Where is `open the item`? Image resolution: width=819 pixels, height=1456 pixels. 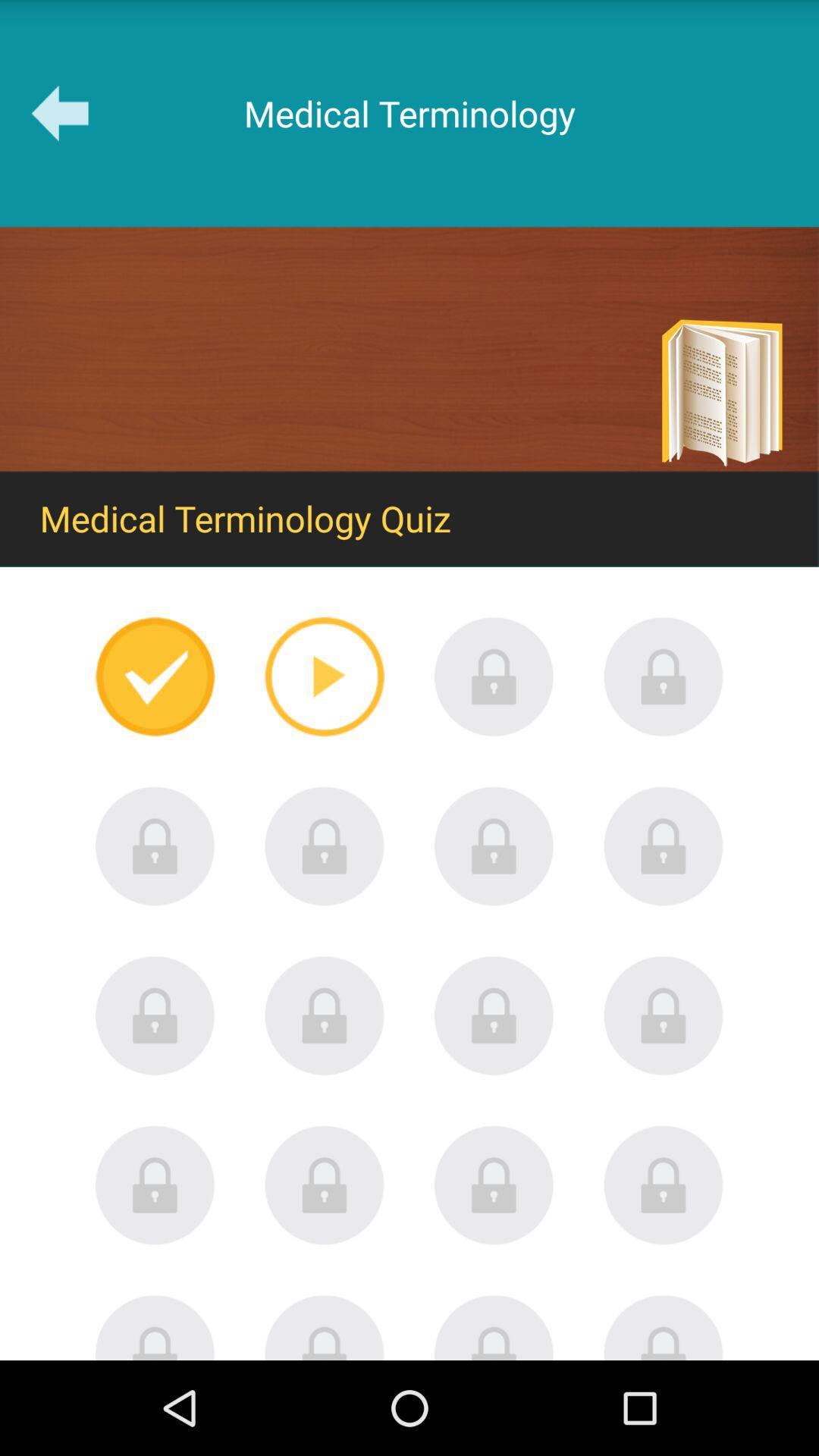 open the item is located at coordinates (494, 846).